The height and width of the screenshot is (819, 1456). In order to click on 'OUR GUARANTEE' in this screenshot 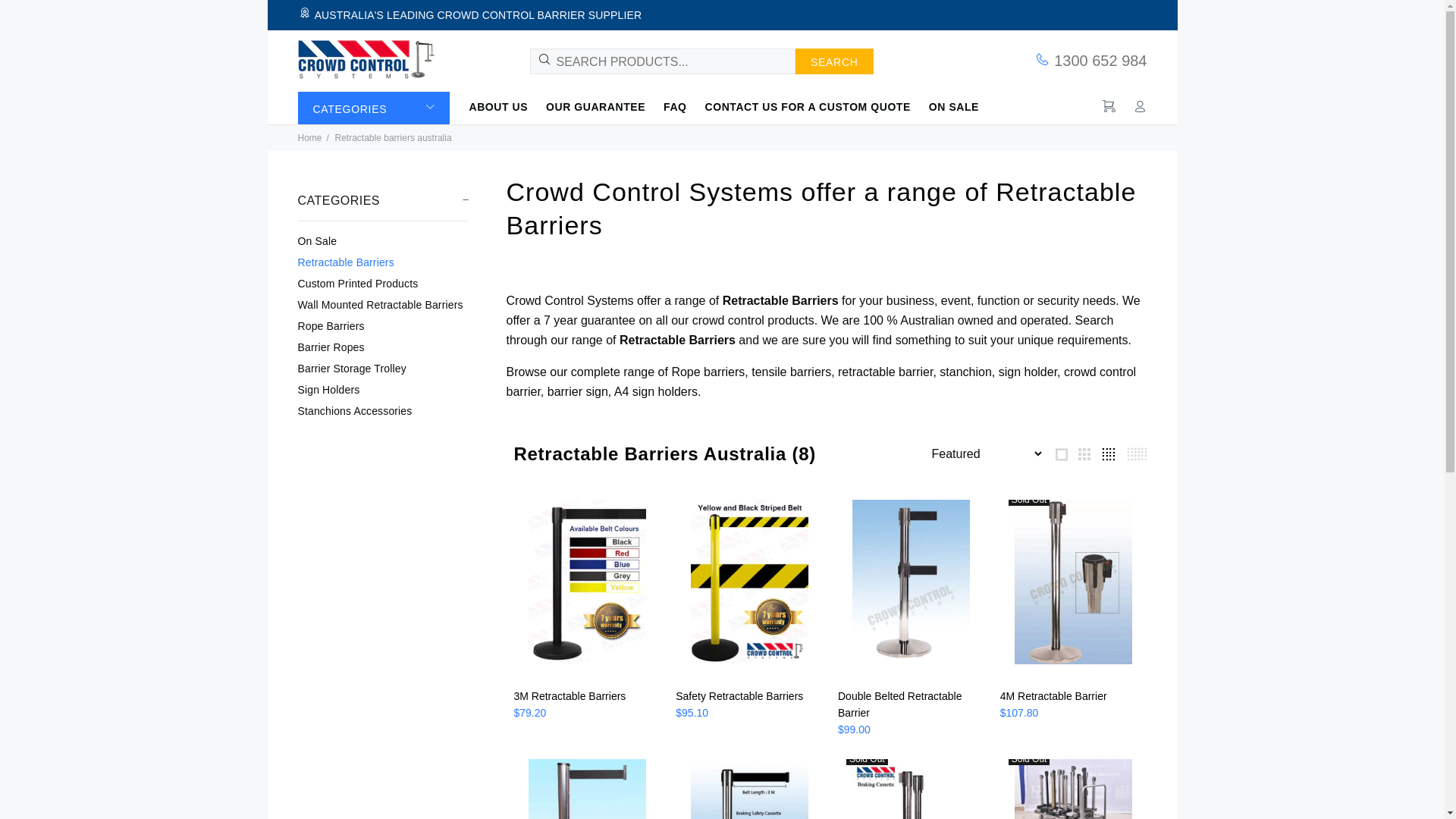, I will do `click(595, 105)`.